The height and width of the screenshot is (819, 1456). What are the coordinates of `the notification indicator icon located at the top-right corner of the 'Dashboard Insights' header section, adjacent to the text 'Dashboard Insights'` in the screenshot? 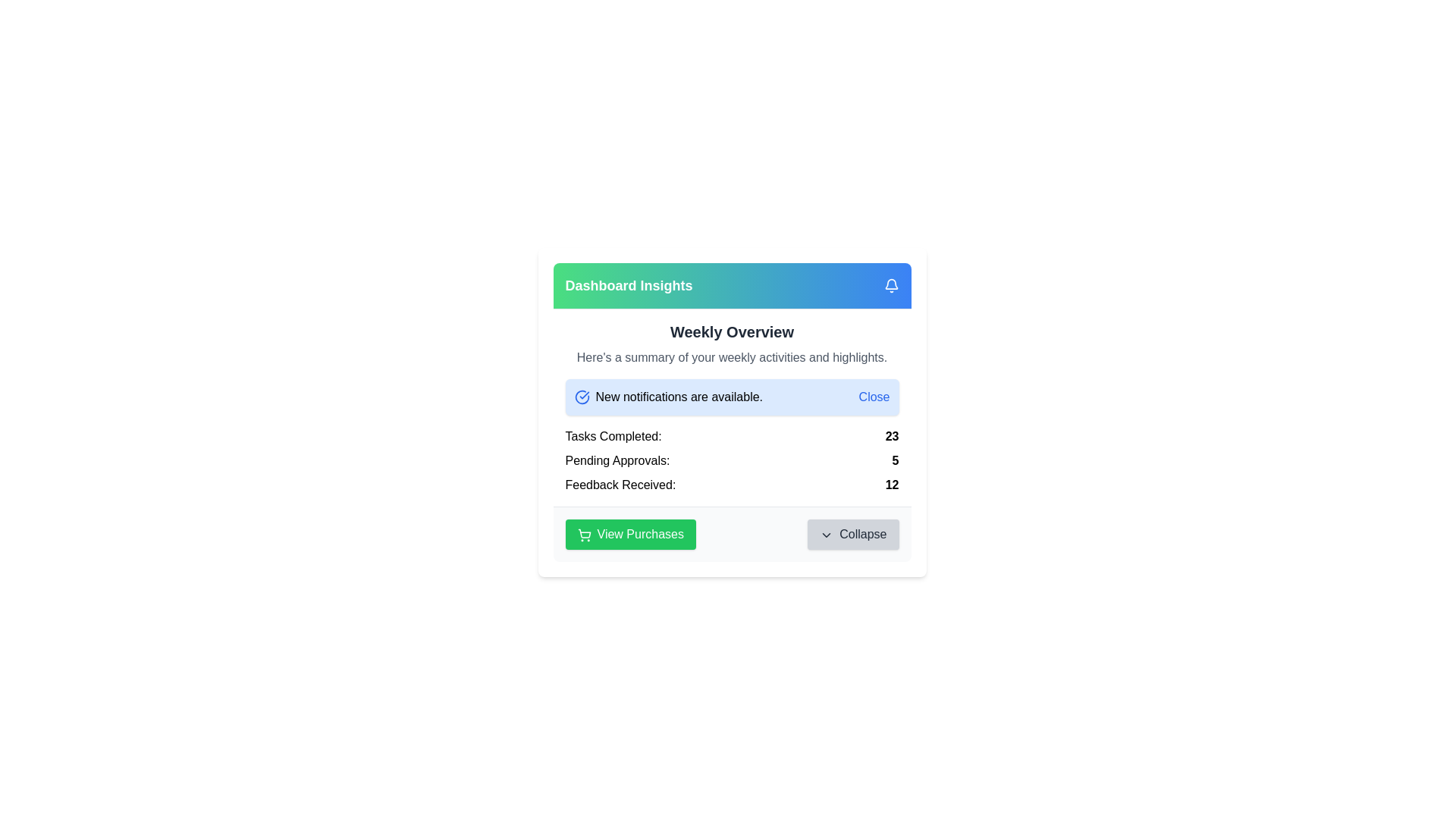 It's located at (891, 286).